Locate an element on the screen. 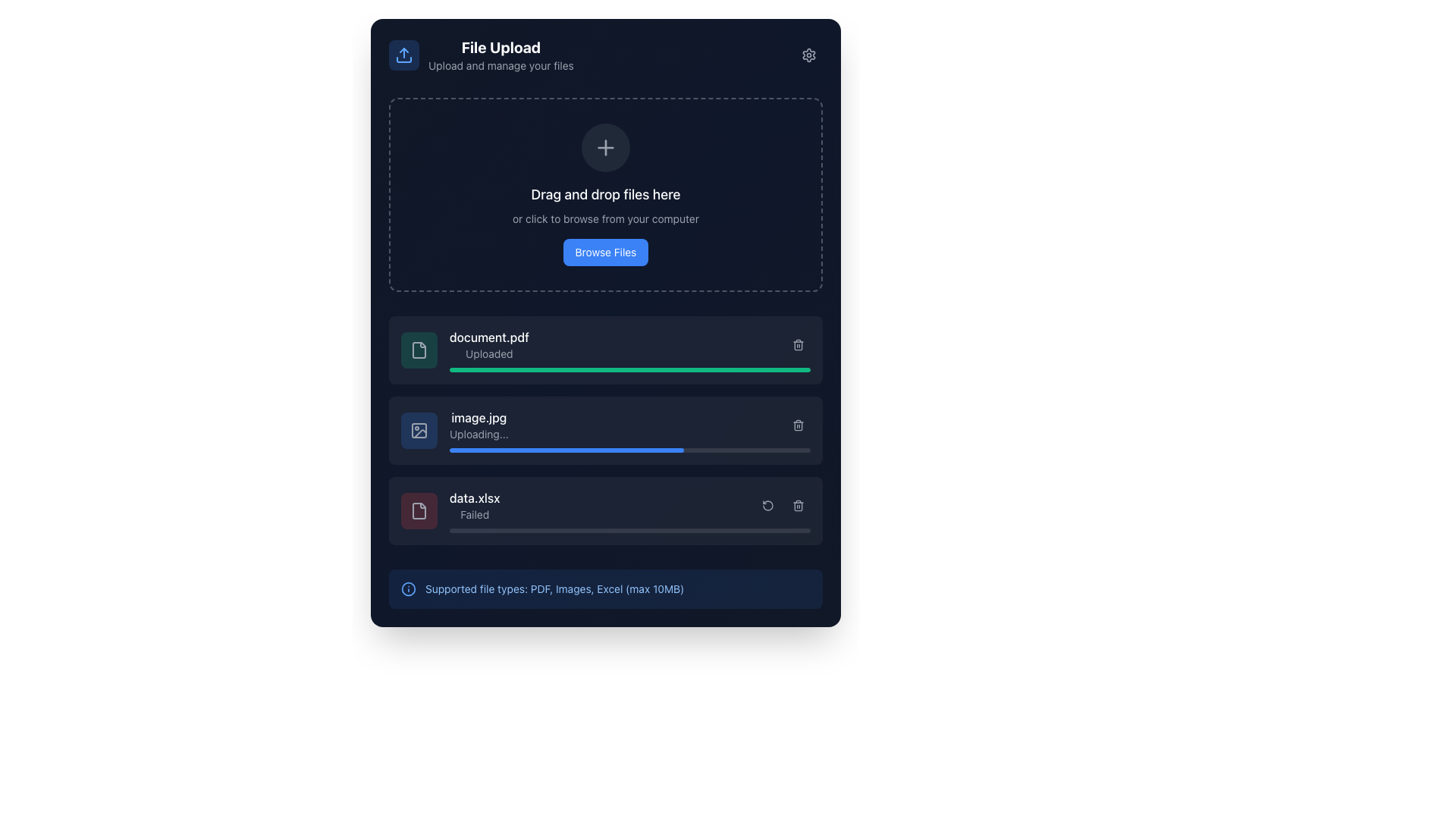 This screenshot has height=819, width=1456. the circular icon with a blue outline located at the leftmost side of the footer, aligning with the text 'Supported file types: PDF, Images, Excel (max 10MB)' is located at coordinates (408, 588).